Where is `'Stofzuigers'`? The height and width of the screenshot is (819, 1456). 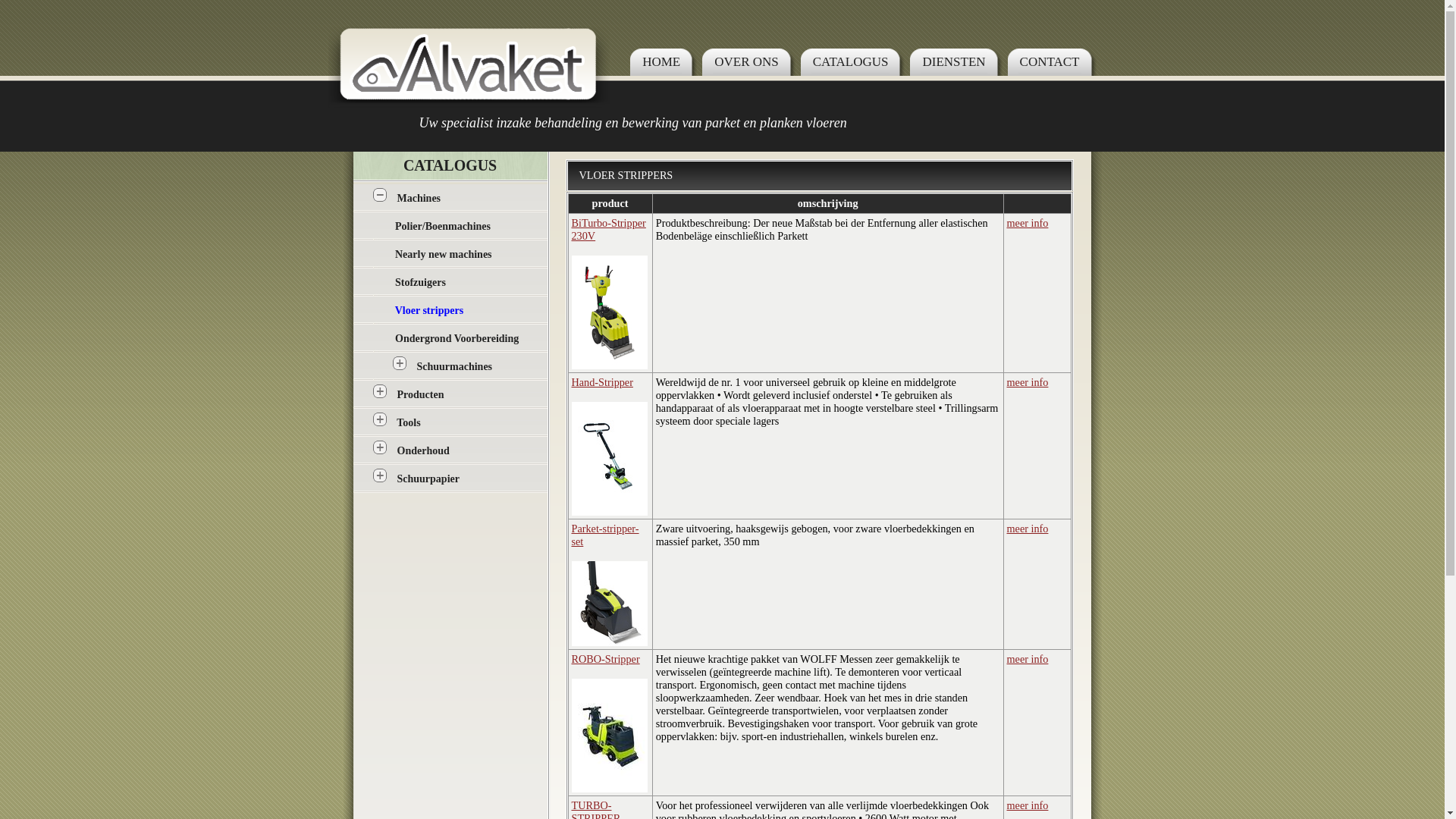 'Stofzuigers' is located at coordinates (420, 282).